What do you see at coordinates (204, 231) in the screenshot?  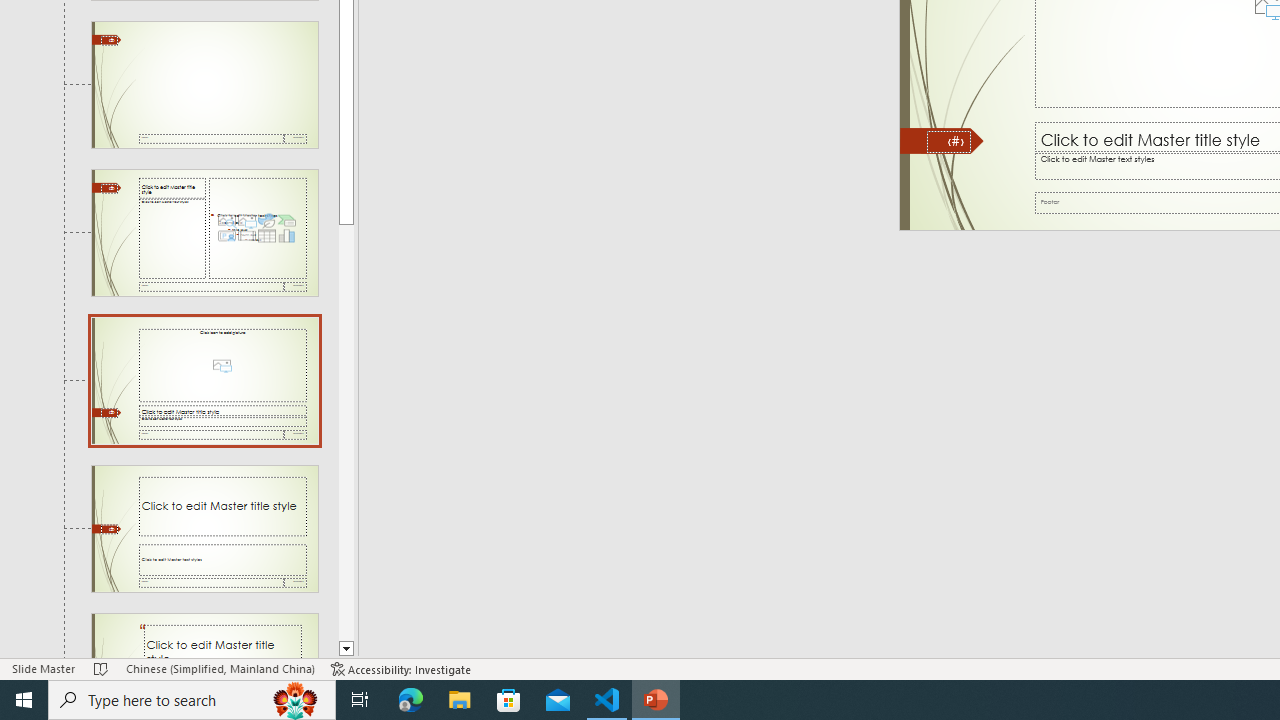 I see `'Slide Content with Caption Layout: used by no slides'` at bounding box center [204, 231].